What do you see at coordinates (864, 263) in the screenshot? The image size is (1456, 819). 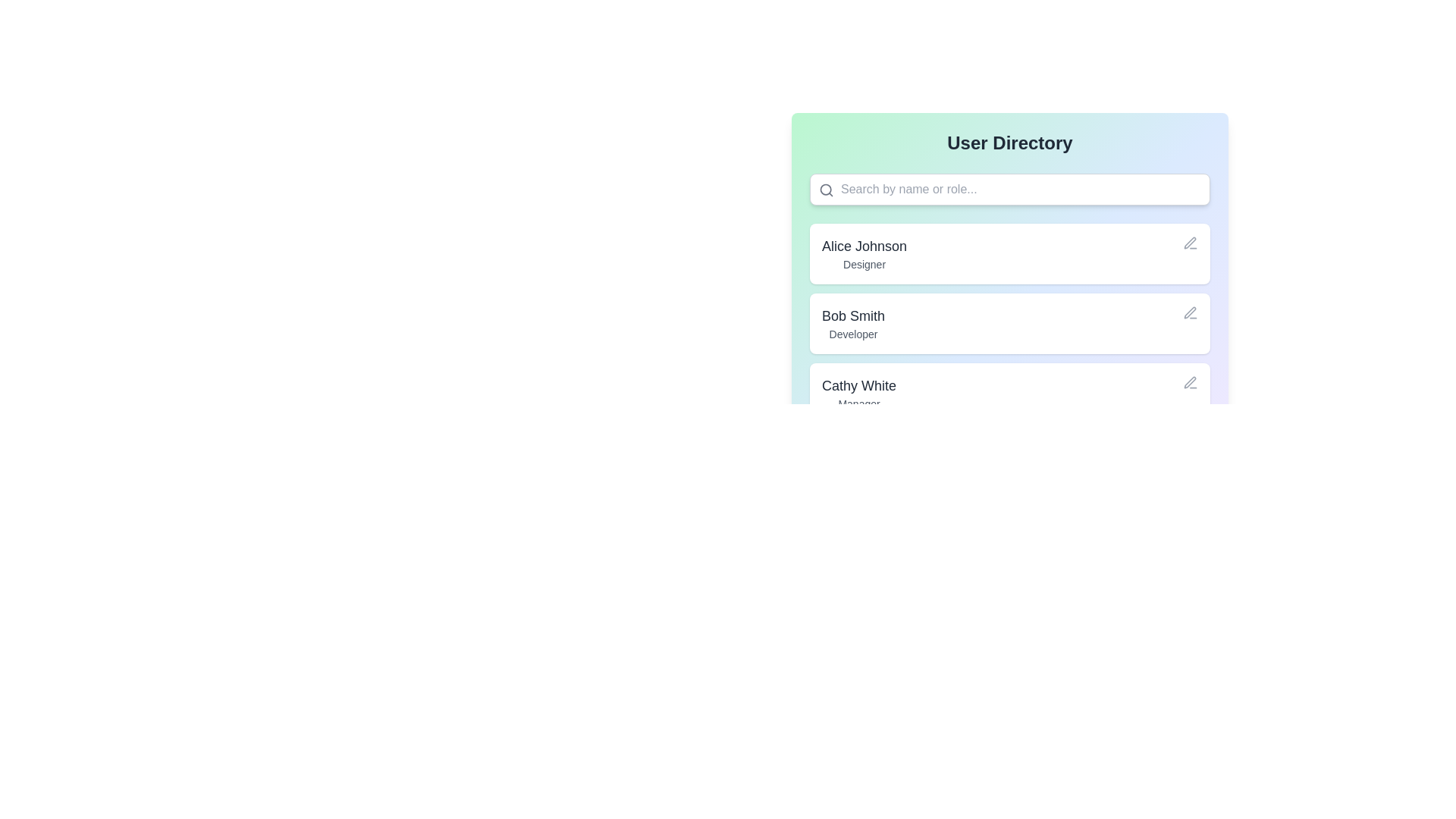 I see `the static text label that identifies the professional role or job title of the user 'Alice Johnson' located below the name in the user directory` at bounding box center [864, 263].